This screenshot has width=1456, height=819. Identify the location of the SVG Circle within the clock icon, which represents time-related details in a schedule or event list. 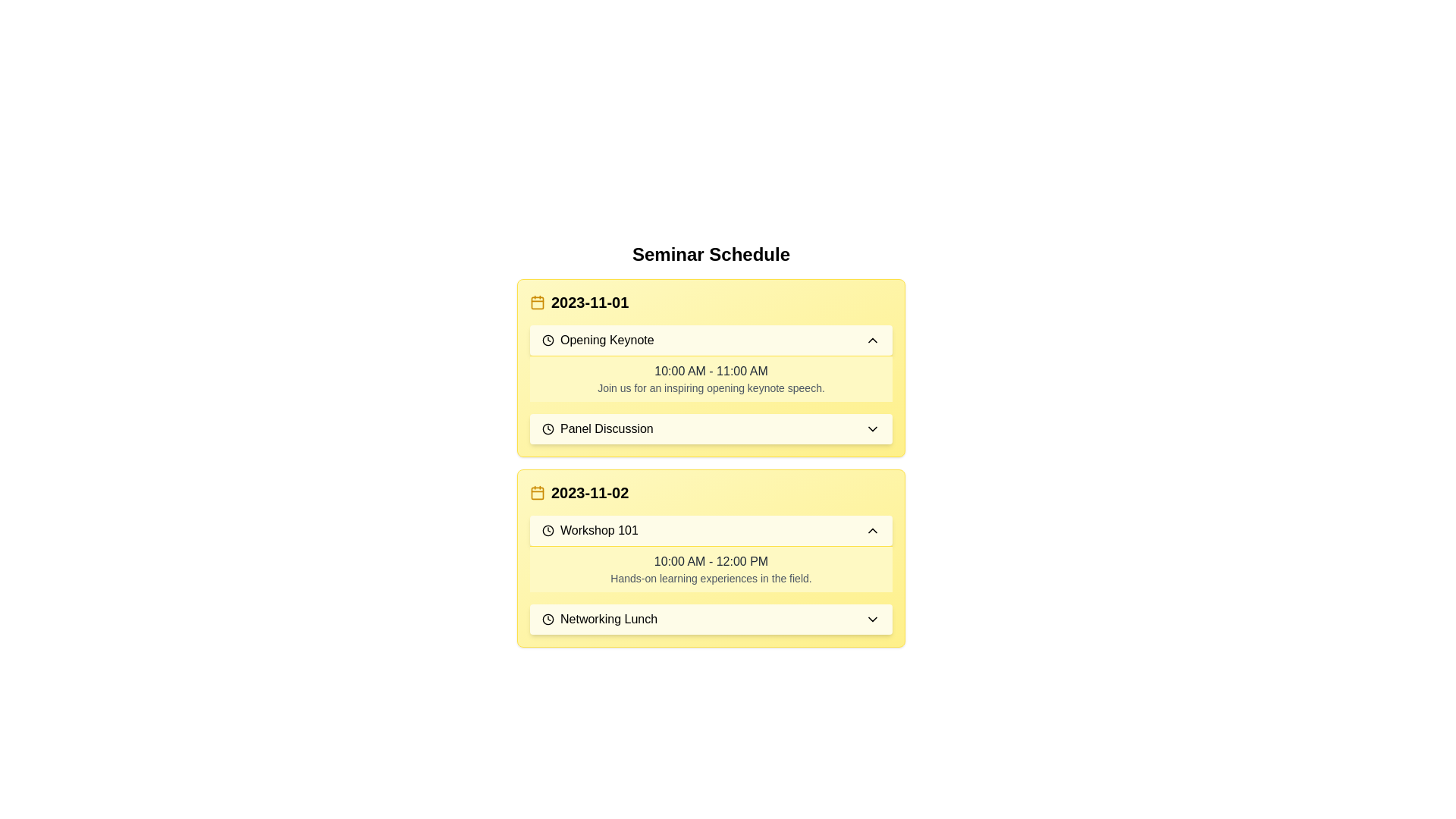
(548, 339).